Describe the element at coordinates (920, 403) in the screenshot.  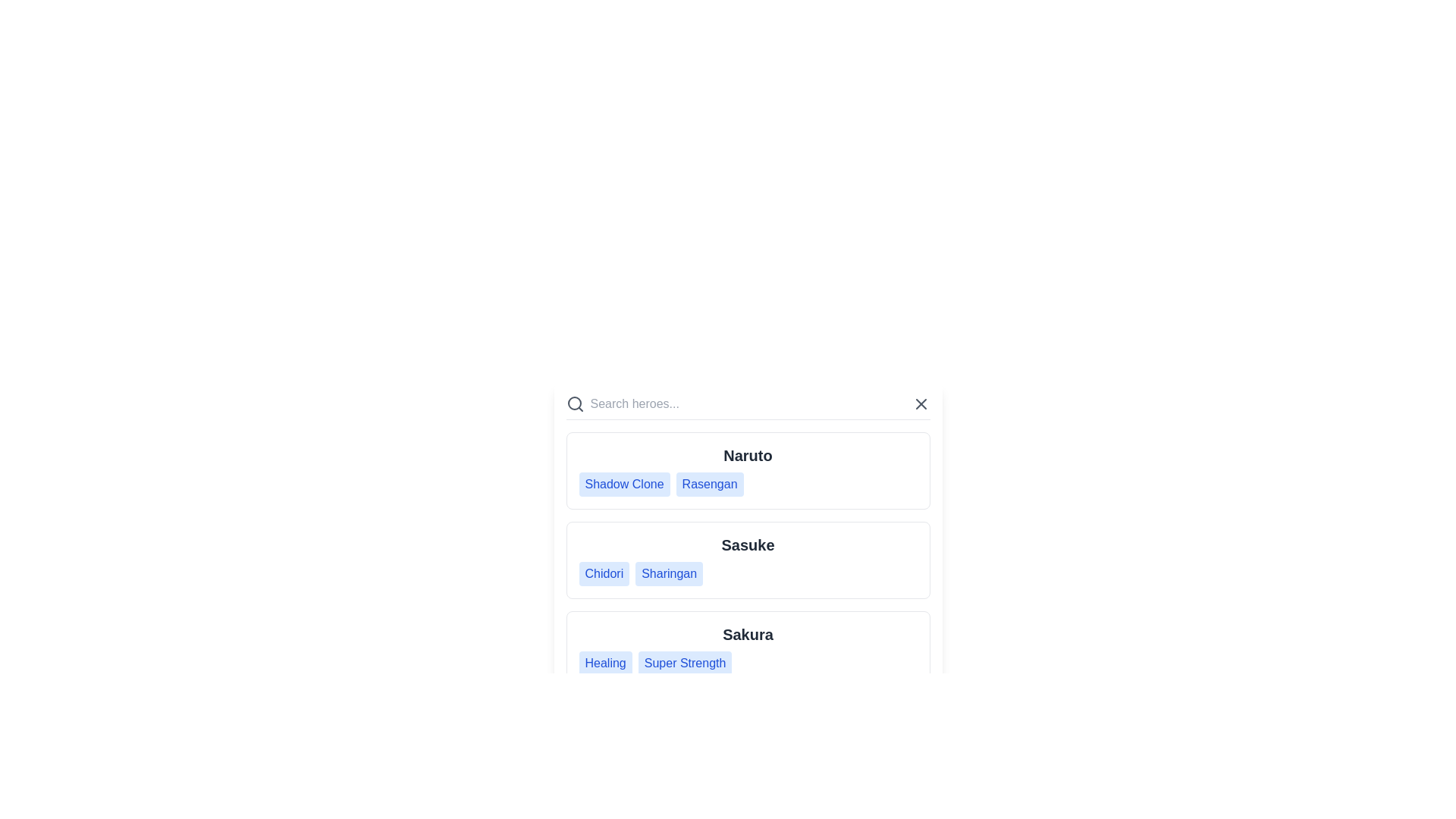
I see `the close icon, a small cross styled with a thin, rounded, monochromatic line located in the top-right corner of the interface near the 'Search heroes...' text input field` at that location.